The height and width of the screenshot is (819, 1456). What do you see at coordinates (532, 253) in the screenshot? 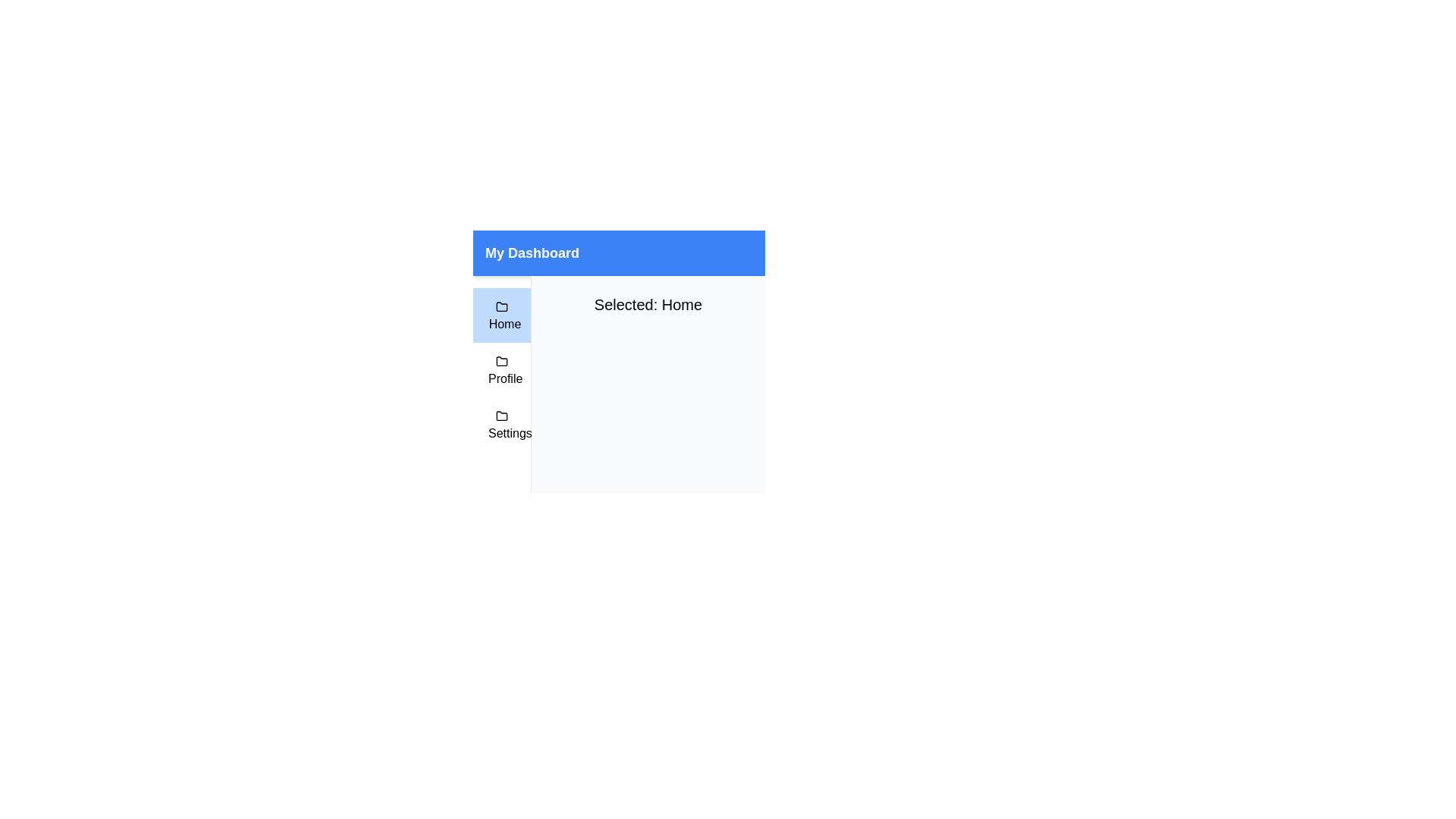
I see `the bold, large-text title 'My Dashboard' displayed in white on a blue background header, located at the top of the navigation area` at bounding box center [532, 253].